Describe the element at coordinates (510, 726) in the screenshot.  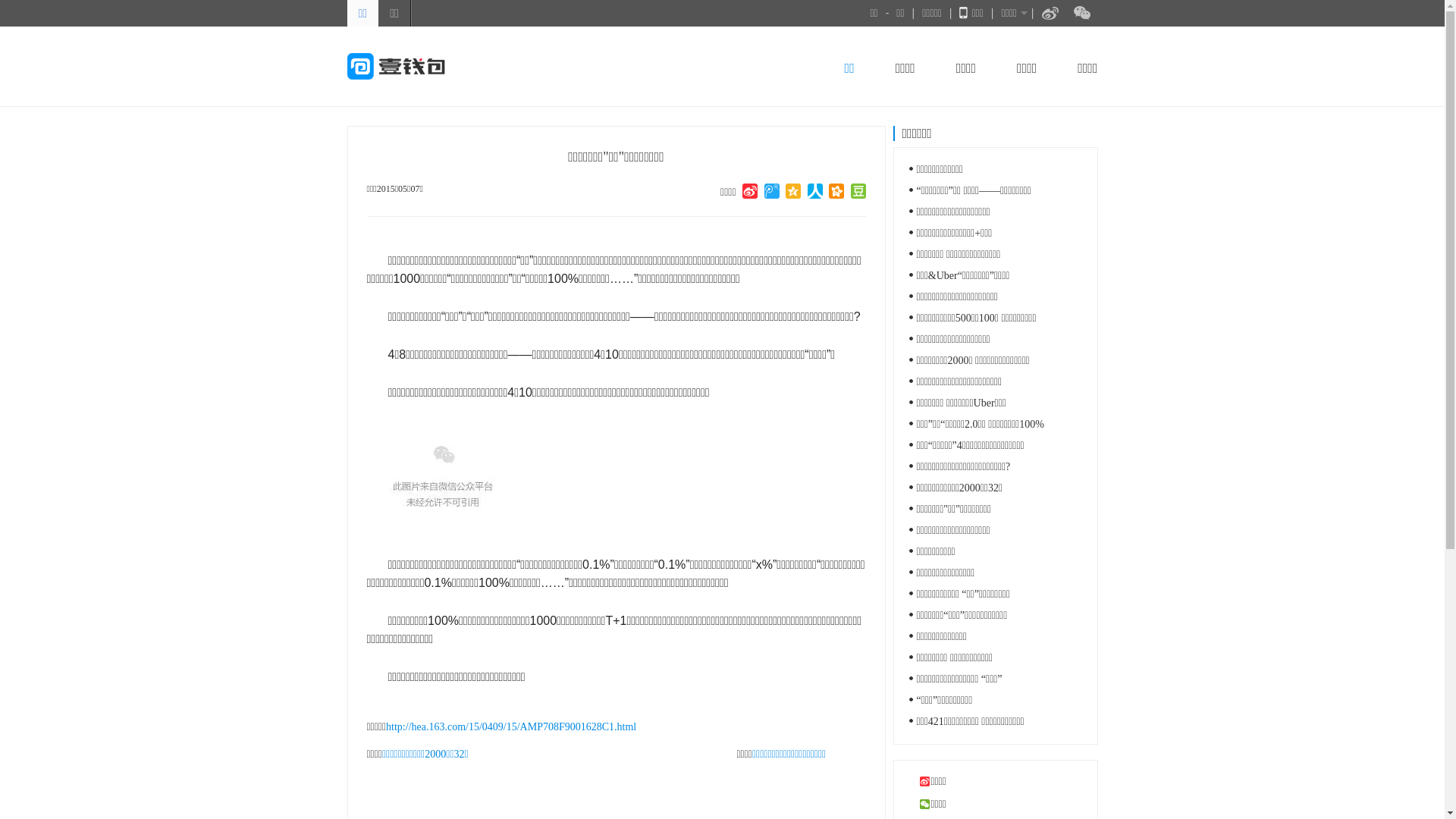
I see `'http://hea.163.com/15/0409/15/AMP708F9001628C1.html'` at that location.